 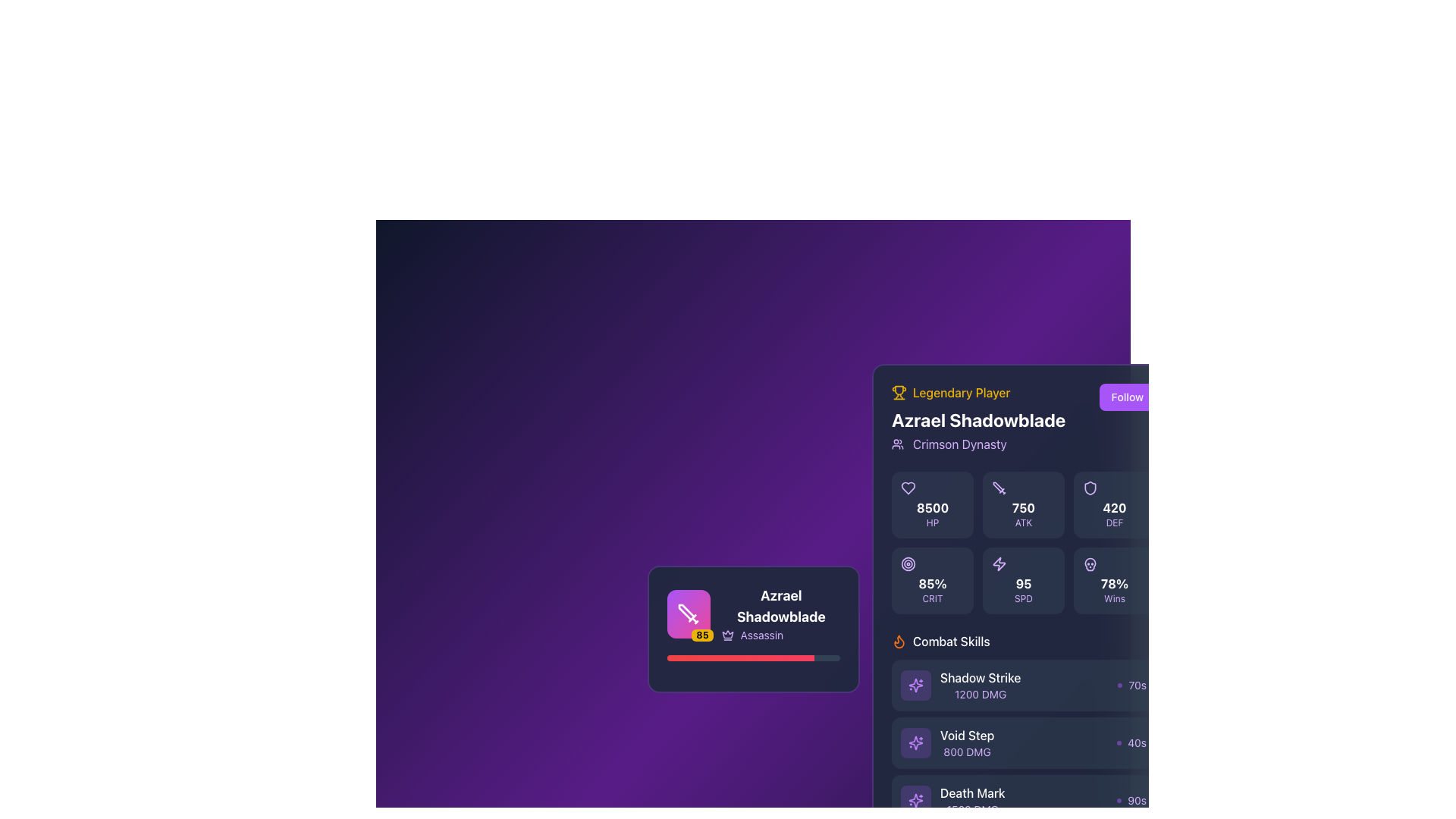 I want to click on the orange flame-shaped icon that visually represents 'Combat Skills', located beside the associated text in the right-side panel, so click(x=899, y=641).